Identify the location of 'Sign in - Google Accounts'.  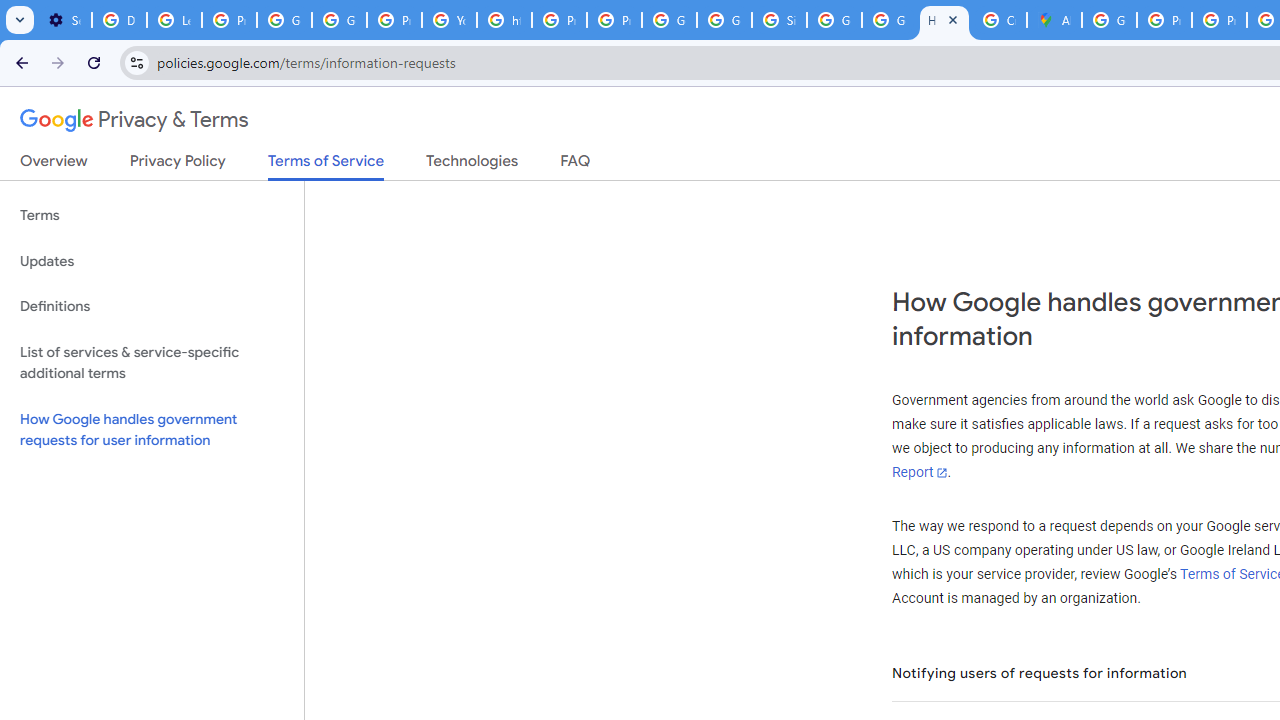
(778, 20).